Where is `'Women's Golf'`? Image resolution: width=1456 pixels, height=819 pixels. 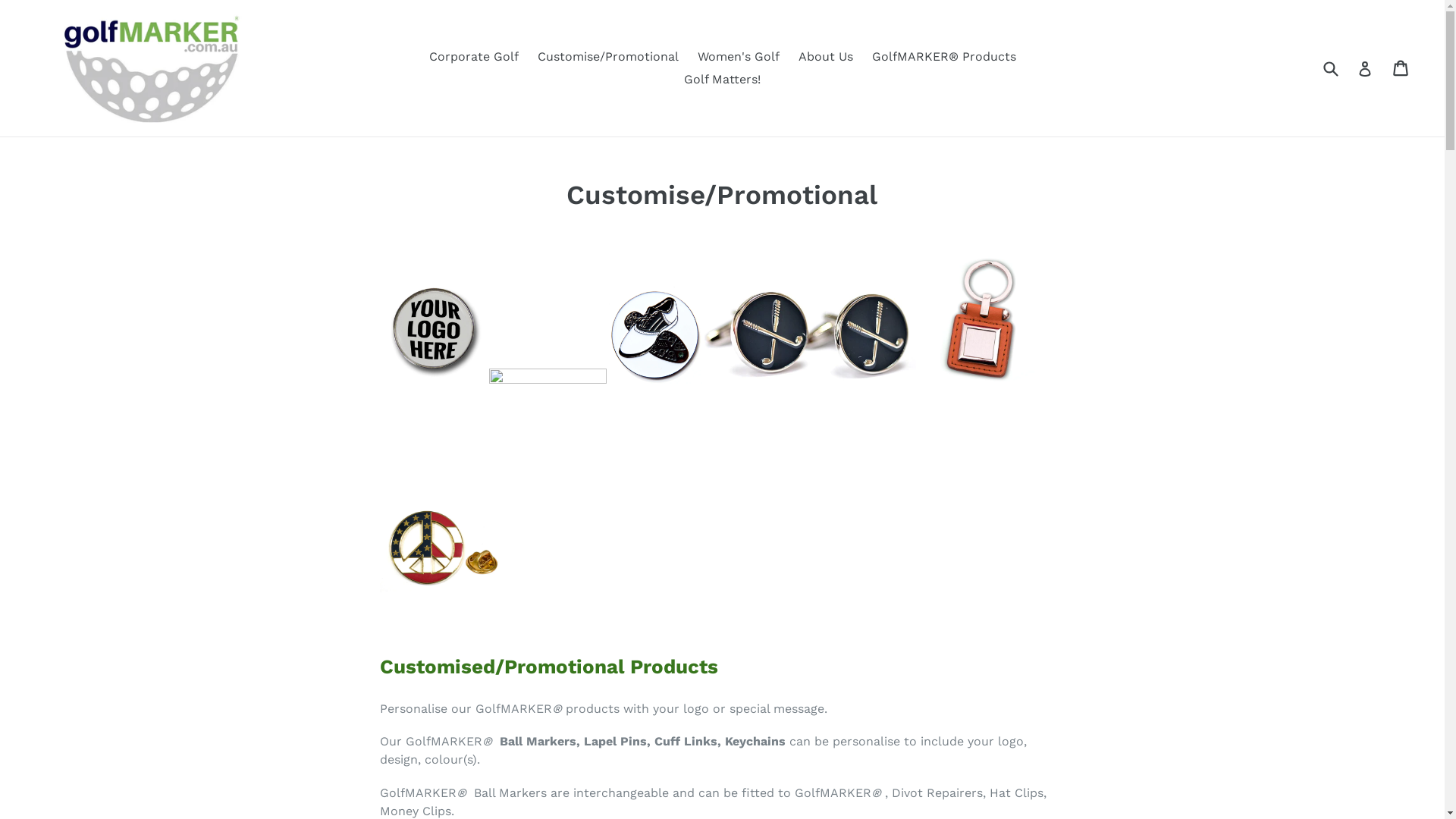
'Women's Golf' is located at coordinates (739, 55).